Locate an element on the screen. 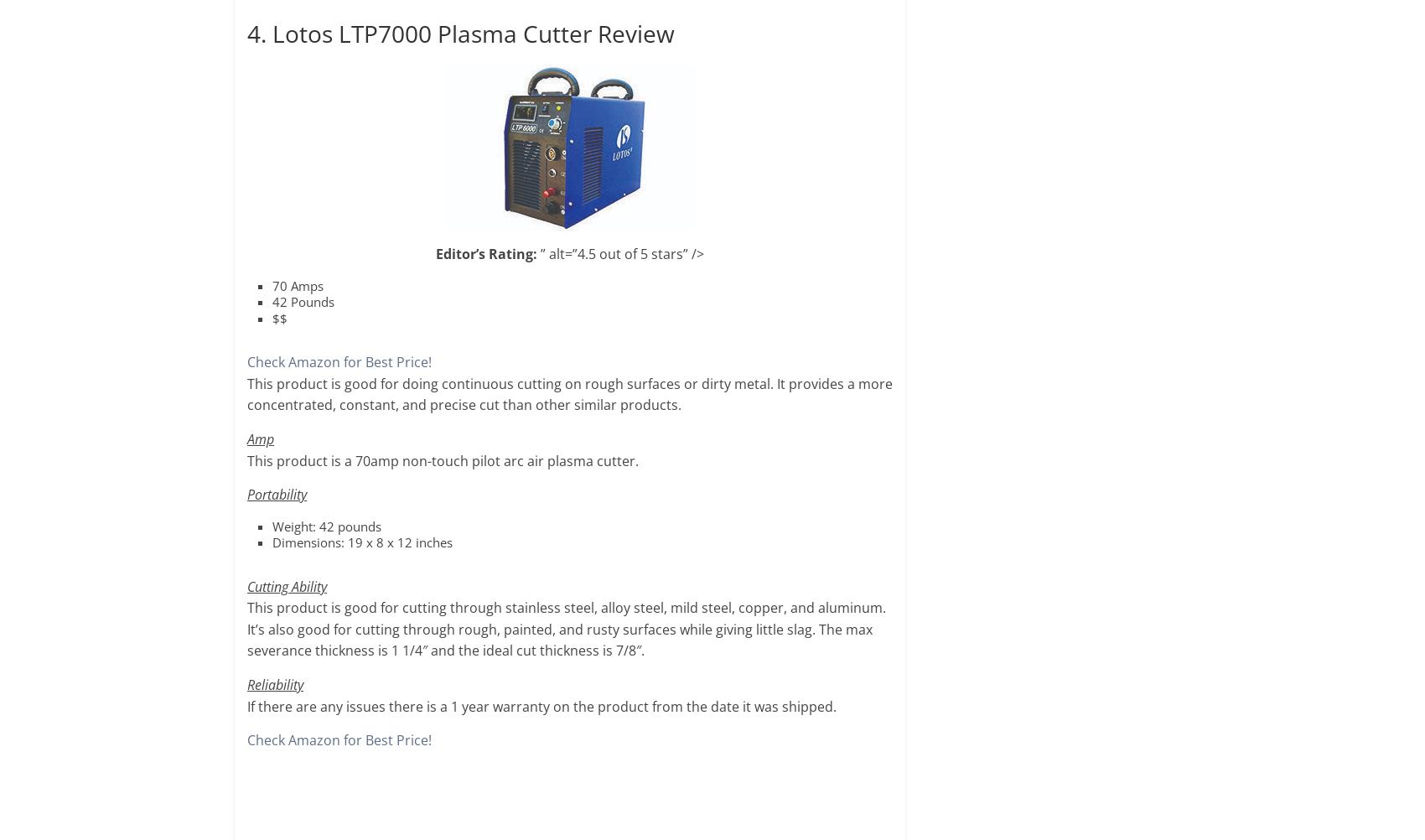 The width and height of the screenshot is (1425, 840). '42 Pounds' is located at coordinates (302, 302).